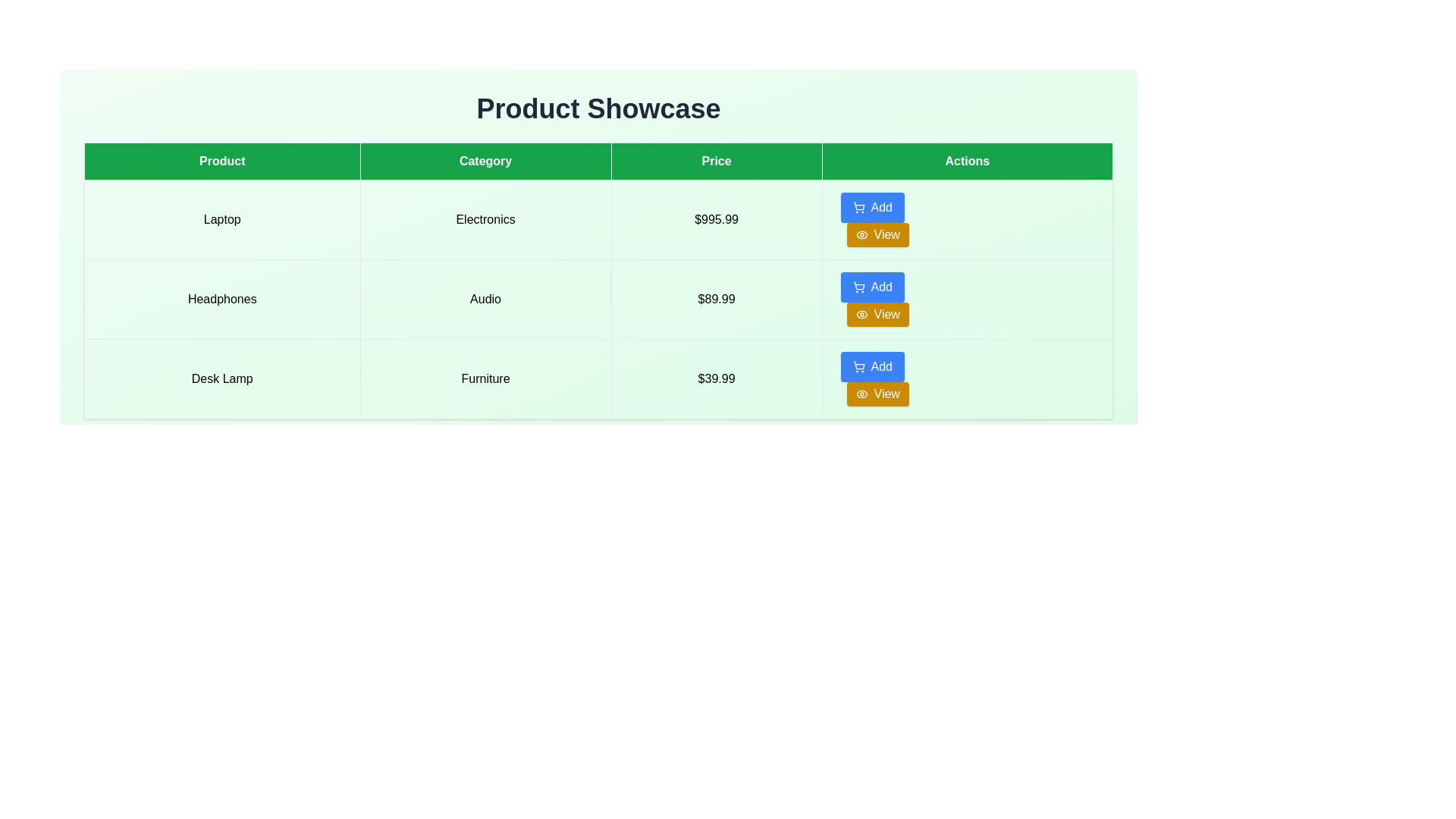 This screenshot has height=819, width=1456. Describe the element at coordinates (858, 287) in the screenshot. I see `the minimalistic wireframe shopping cart icon located at the leftmost part of the blue 'Add' button in the second row of the 'Product Showcase' table` at that location.